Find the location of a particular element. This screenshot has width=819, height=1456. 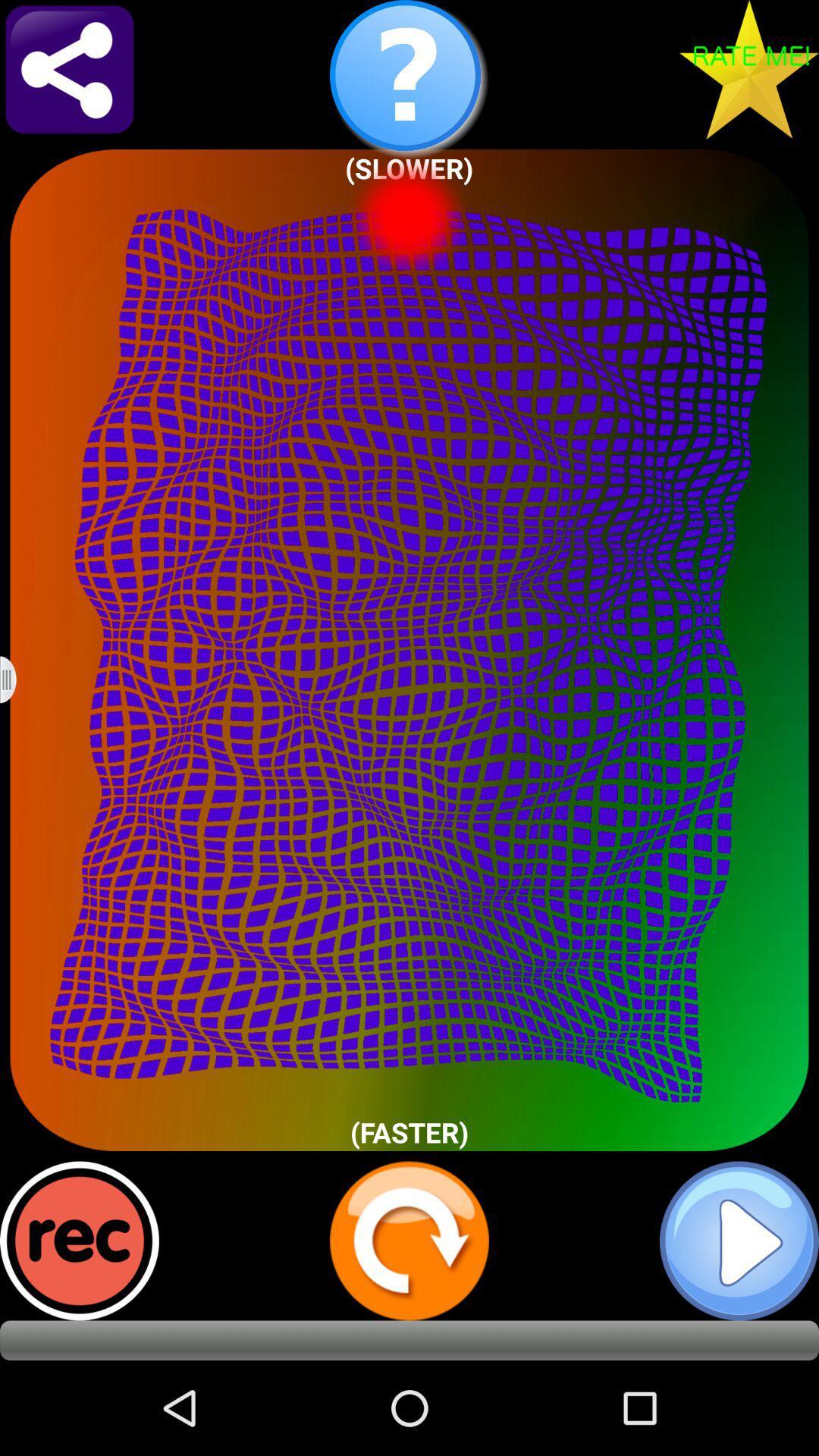

video is located at coordinates (739, 1241).